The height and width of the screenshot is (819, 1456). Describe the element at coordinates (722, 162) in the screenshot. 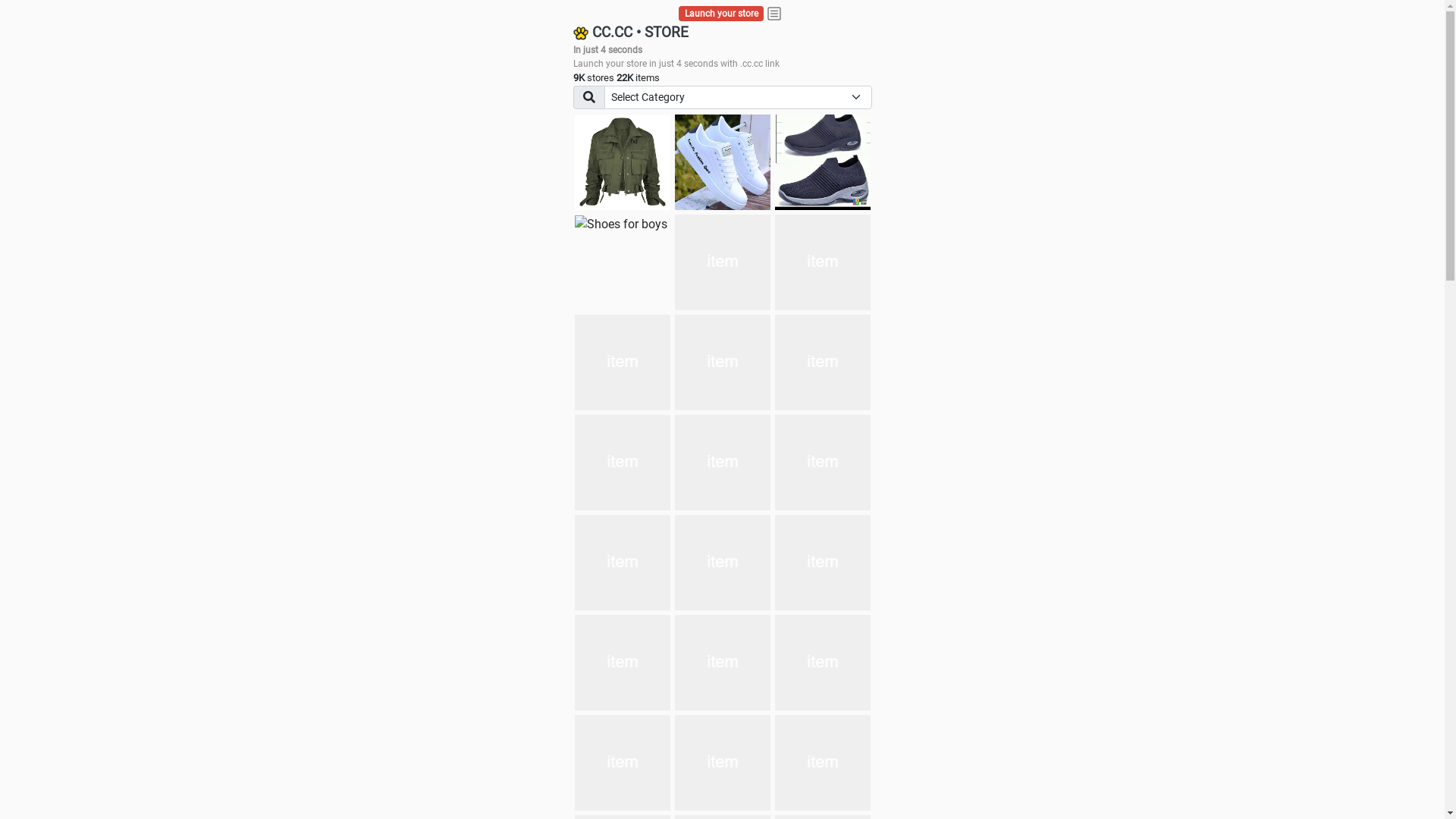

I see `'white shoes'` at that location.